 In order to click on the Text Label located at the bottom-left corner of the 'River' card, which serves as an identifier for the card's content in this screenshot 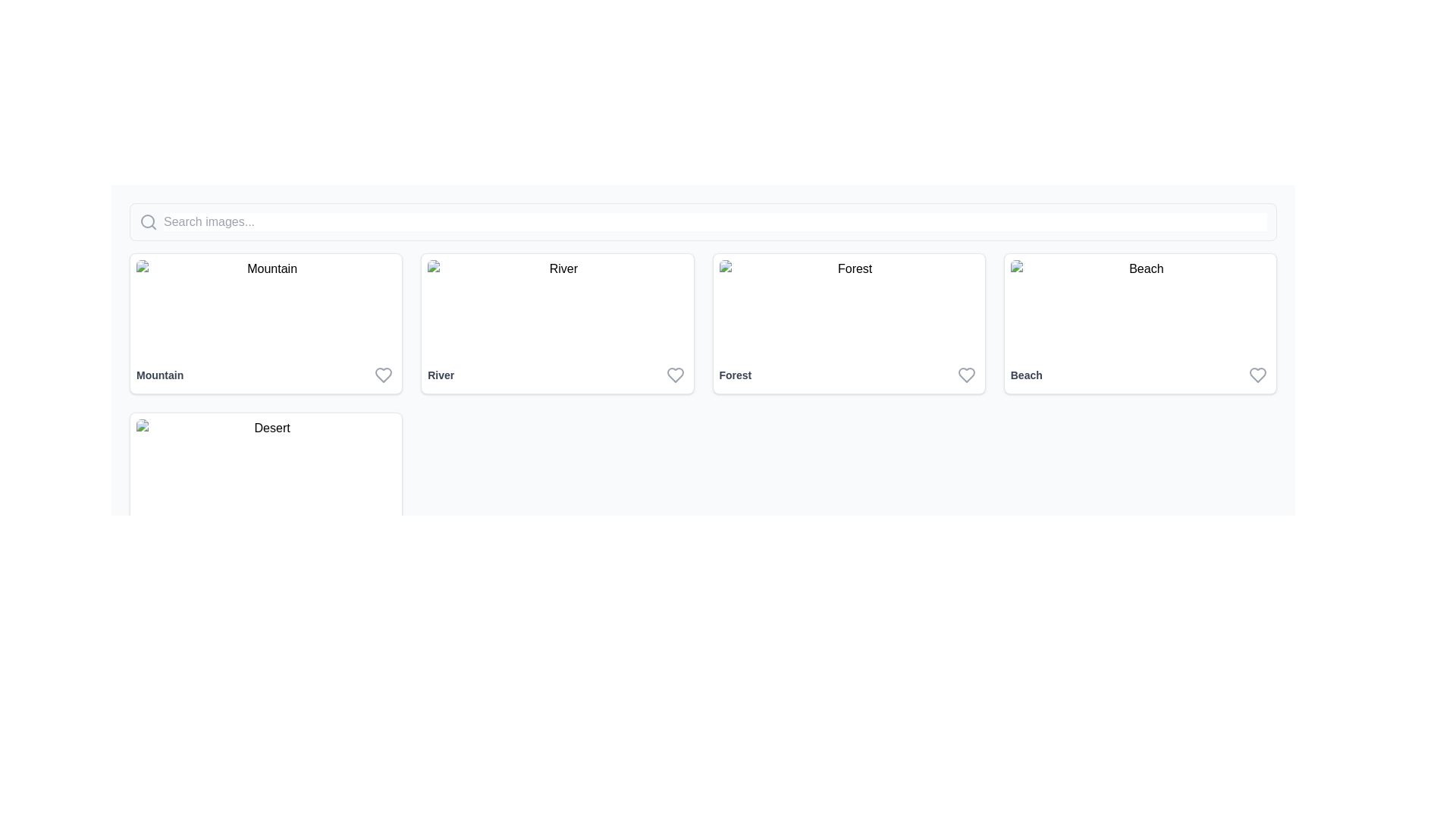, I will do `click(440, 375)`.